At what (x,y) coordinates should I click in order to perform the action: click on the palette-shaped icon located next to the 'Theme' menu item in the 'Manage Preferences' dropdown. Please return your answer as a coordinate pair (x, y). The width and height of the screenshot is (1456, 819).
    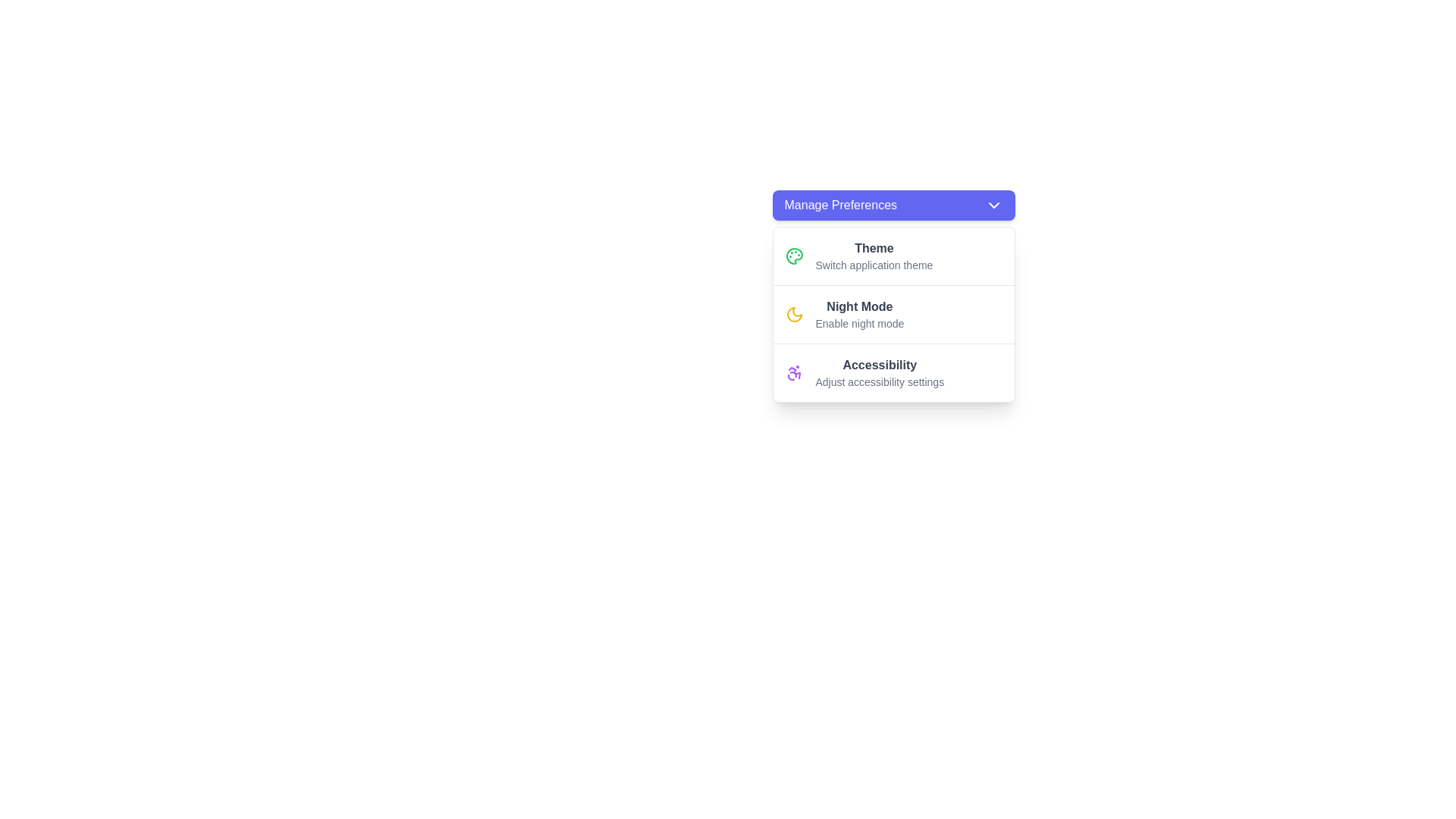
    Looking at the image, I should click on (793, 256).